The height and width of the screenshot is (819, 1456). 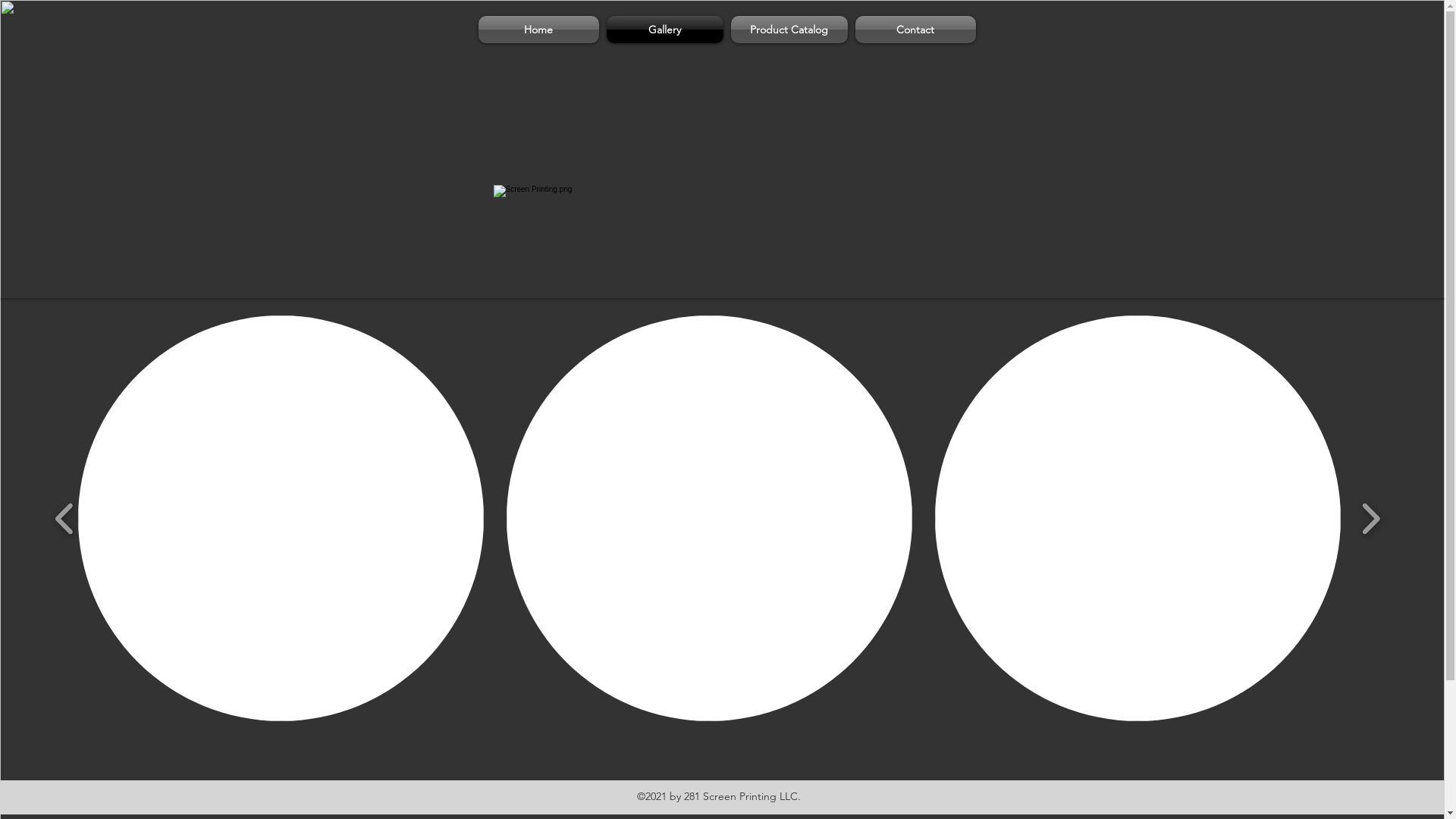 I want to click on 'Home', so click(x=539, y=29).